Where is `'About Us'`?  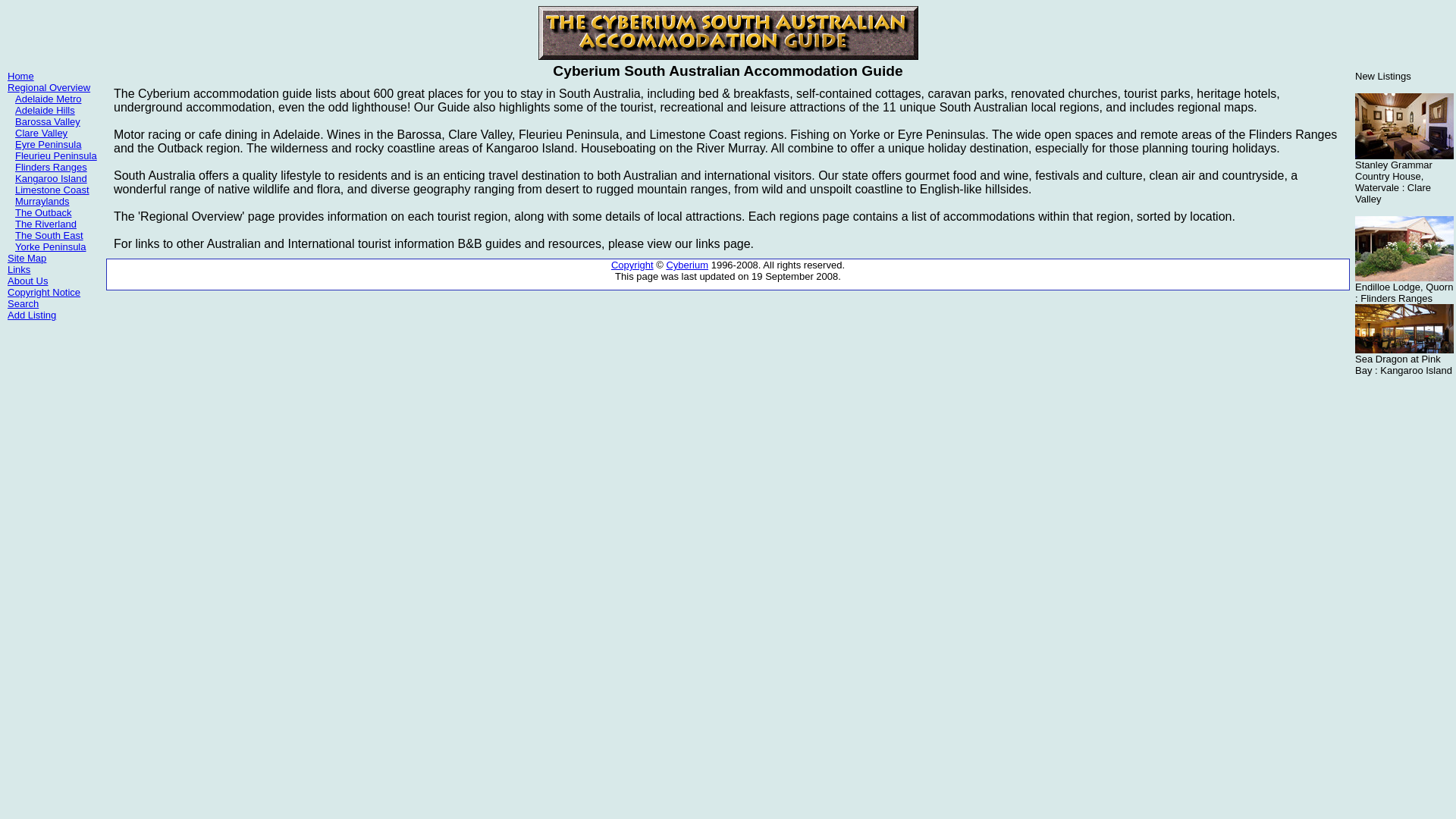
'About Us' is located at coordinates (27, 281).